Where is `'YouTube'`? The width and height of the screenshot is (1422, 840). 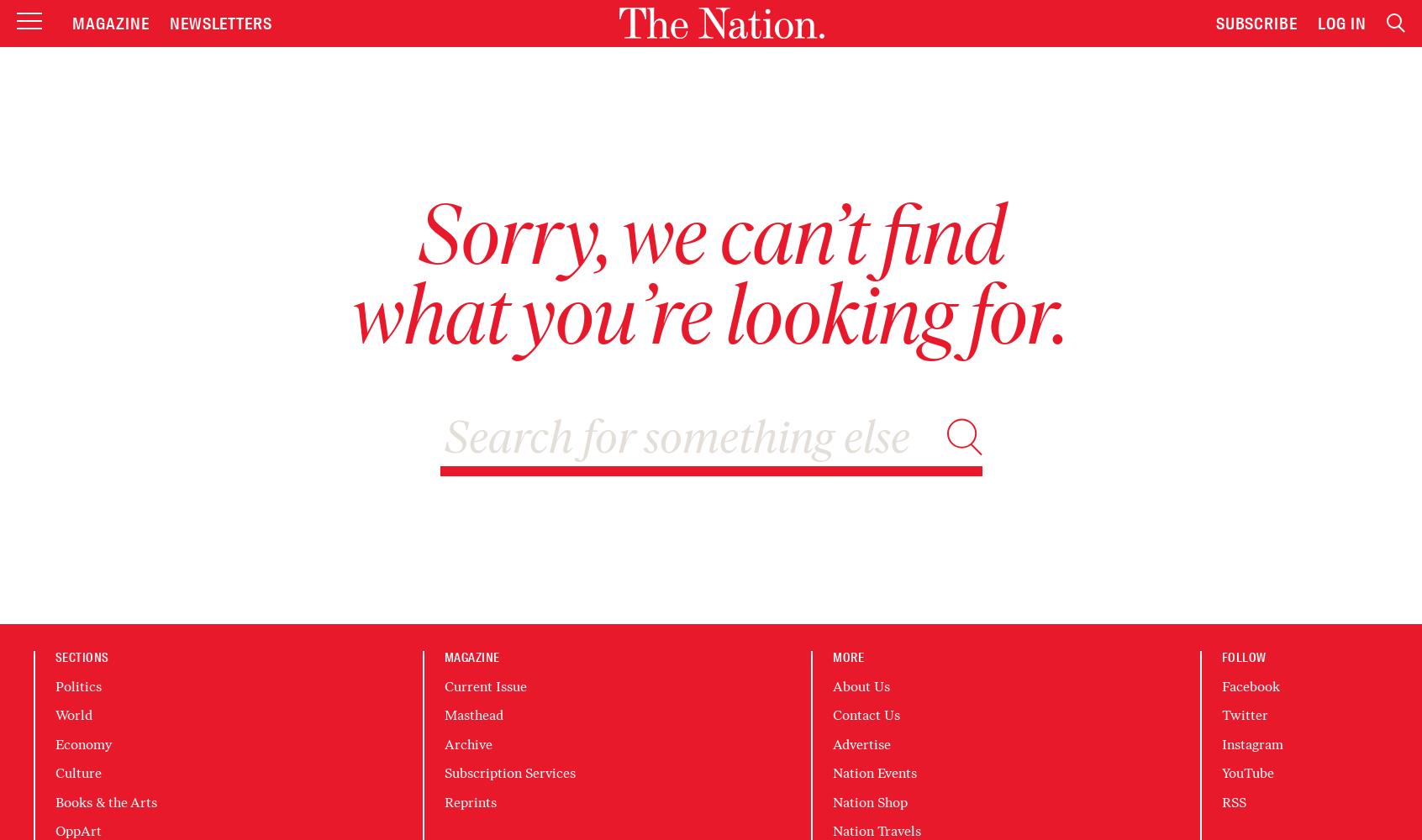 'YouTube' is located at coordinates (1247, 773).